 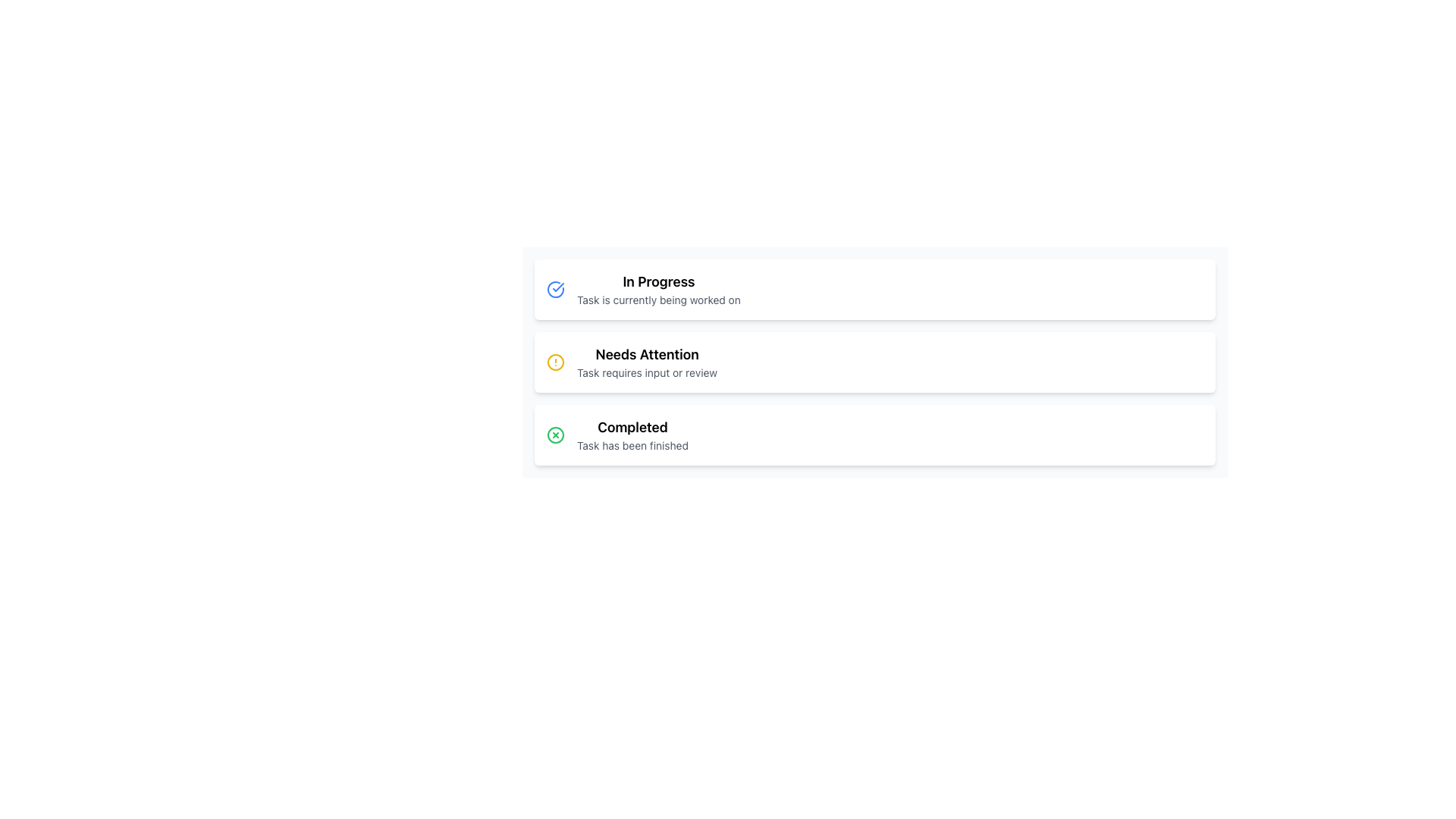 What do you see at coordinates (874, 435) in the screenshot?
I see `the Status card, which indicates task completion and is the third item in a vertical stack of status cards` at bounding box center [874, 435].